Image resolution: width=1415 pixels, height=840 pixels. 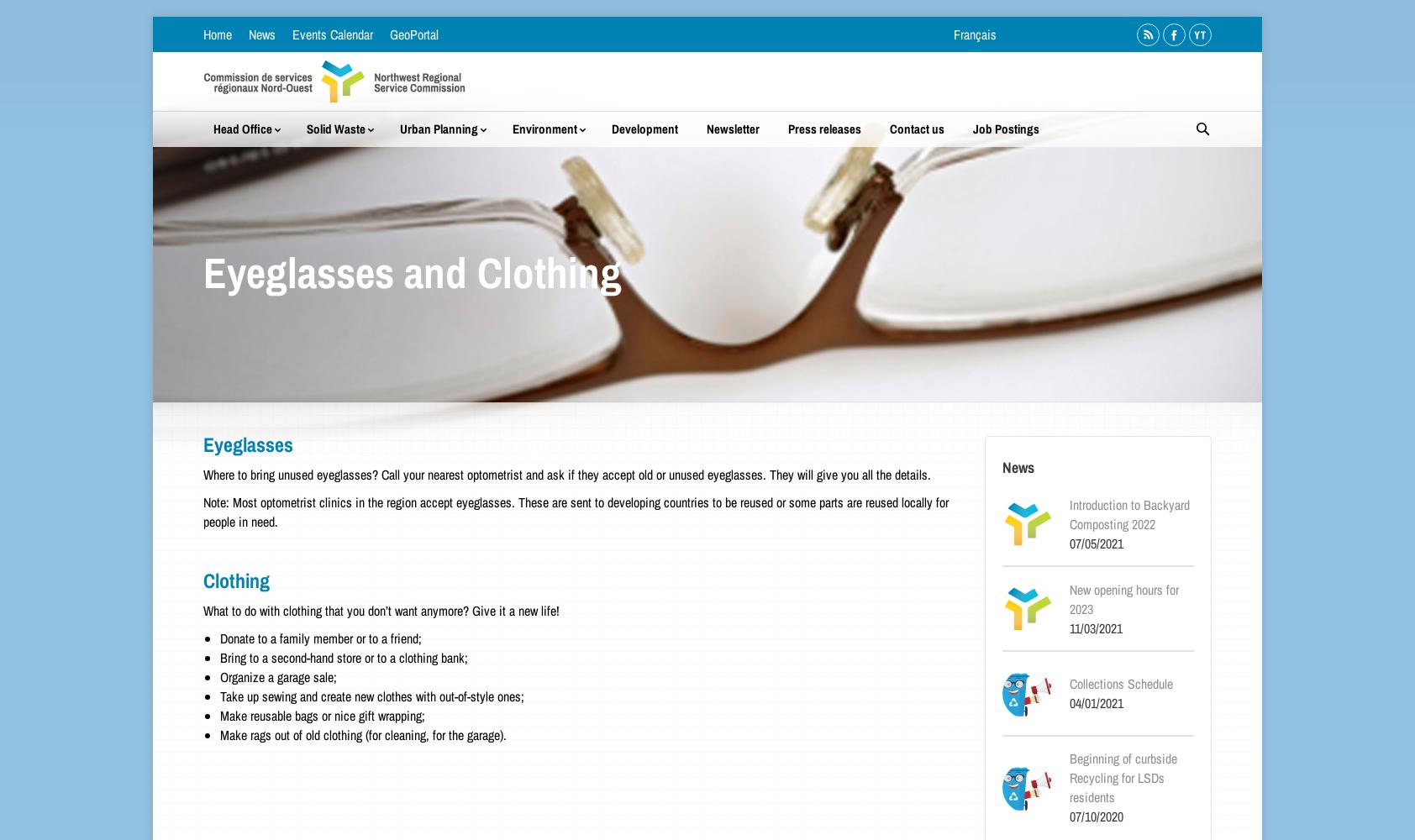 I want to click on 'Meeting Minutes', so click(x=1162, y=238).